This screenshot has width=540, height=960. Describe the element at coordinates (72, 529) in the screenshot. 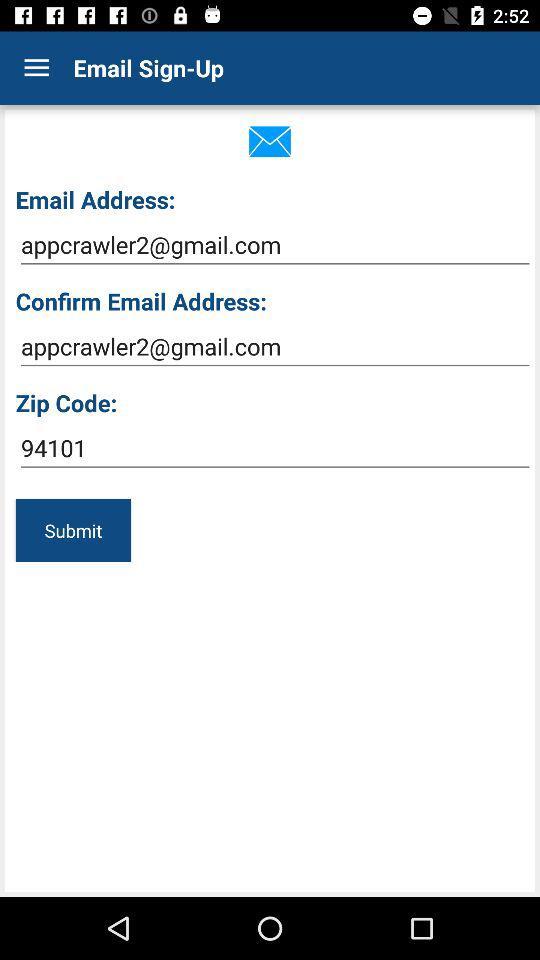

I see `the icon below the 94101` at that location.